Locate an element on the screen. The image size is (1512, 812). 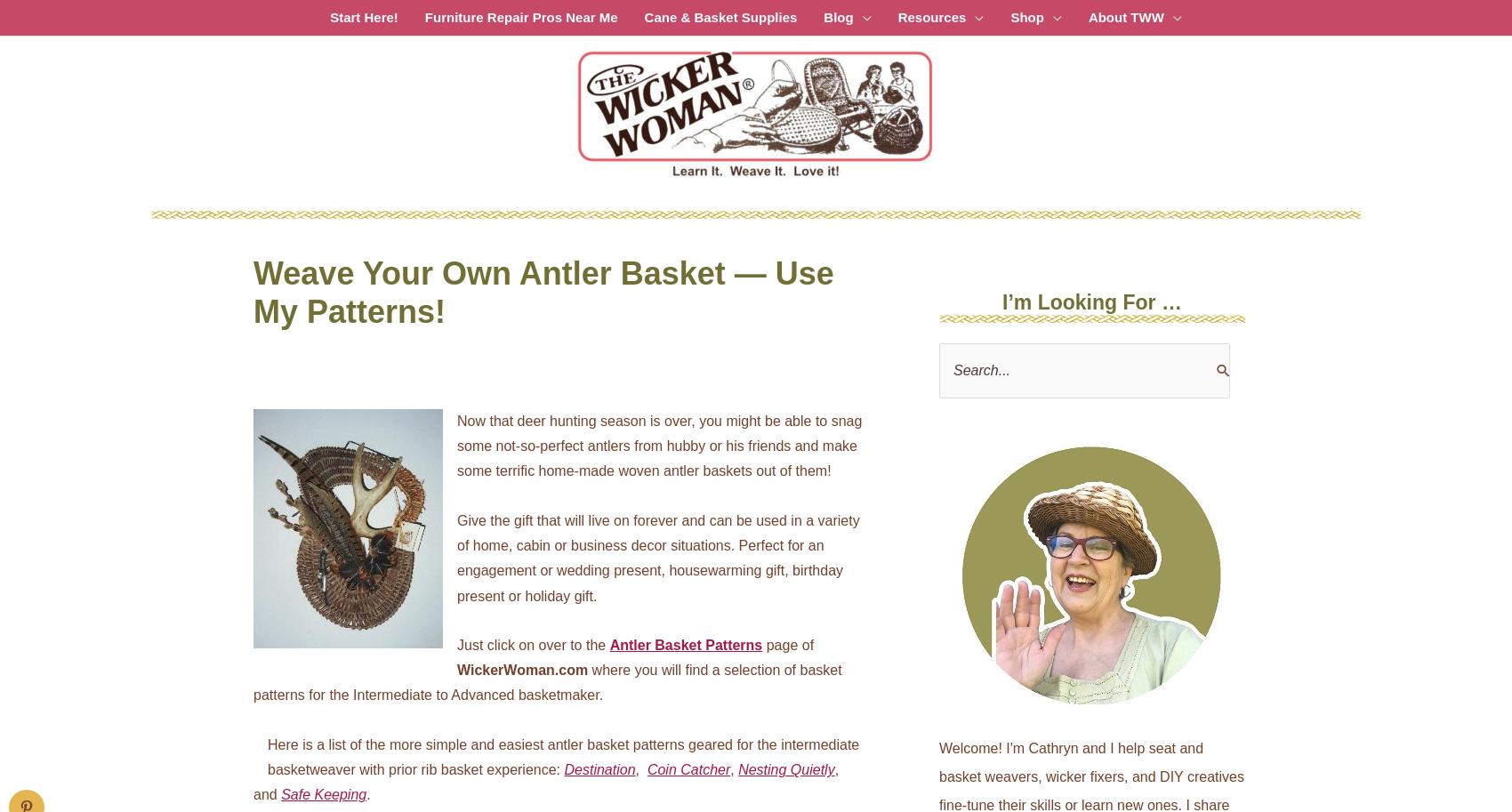
'Here is a list of the more simple and easiest antler basket patterns geared for the intermediate basketweaver with prior rib basket experience:' is located at coordinates (268, 757).